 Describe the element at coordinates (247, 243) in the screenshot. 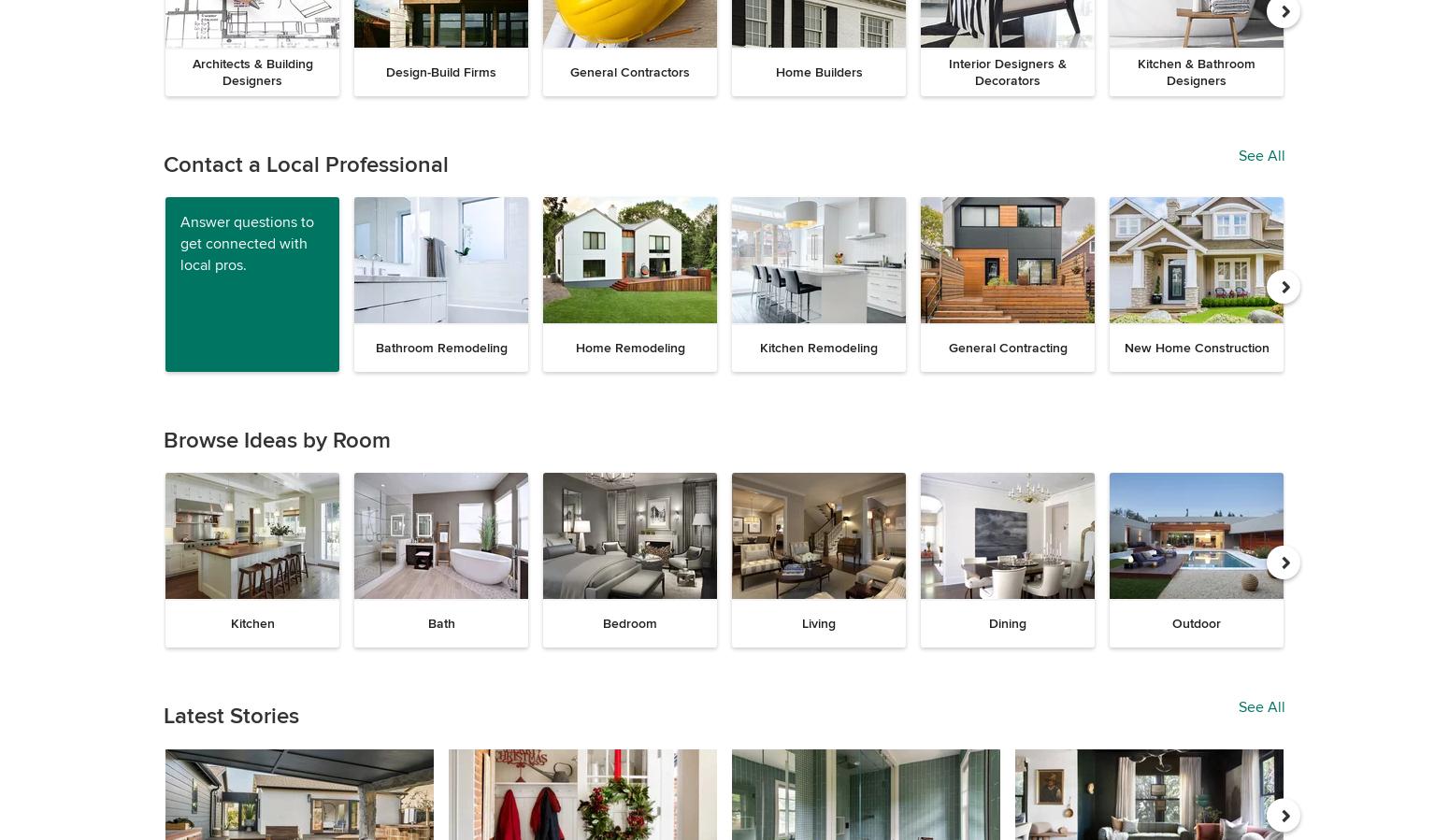

I see `'Answer questions to get connected with local pros.'` at that location.